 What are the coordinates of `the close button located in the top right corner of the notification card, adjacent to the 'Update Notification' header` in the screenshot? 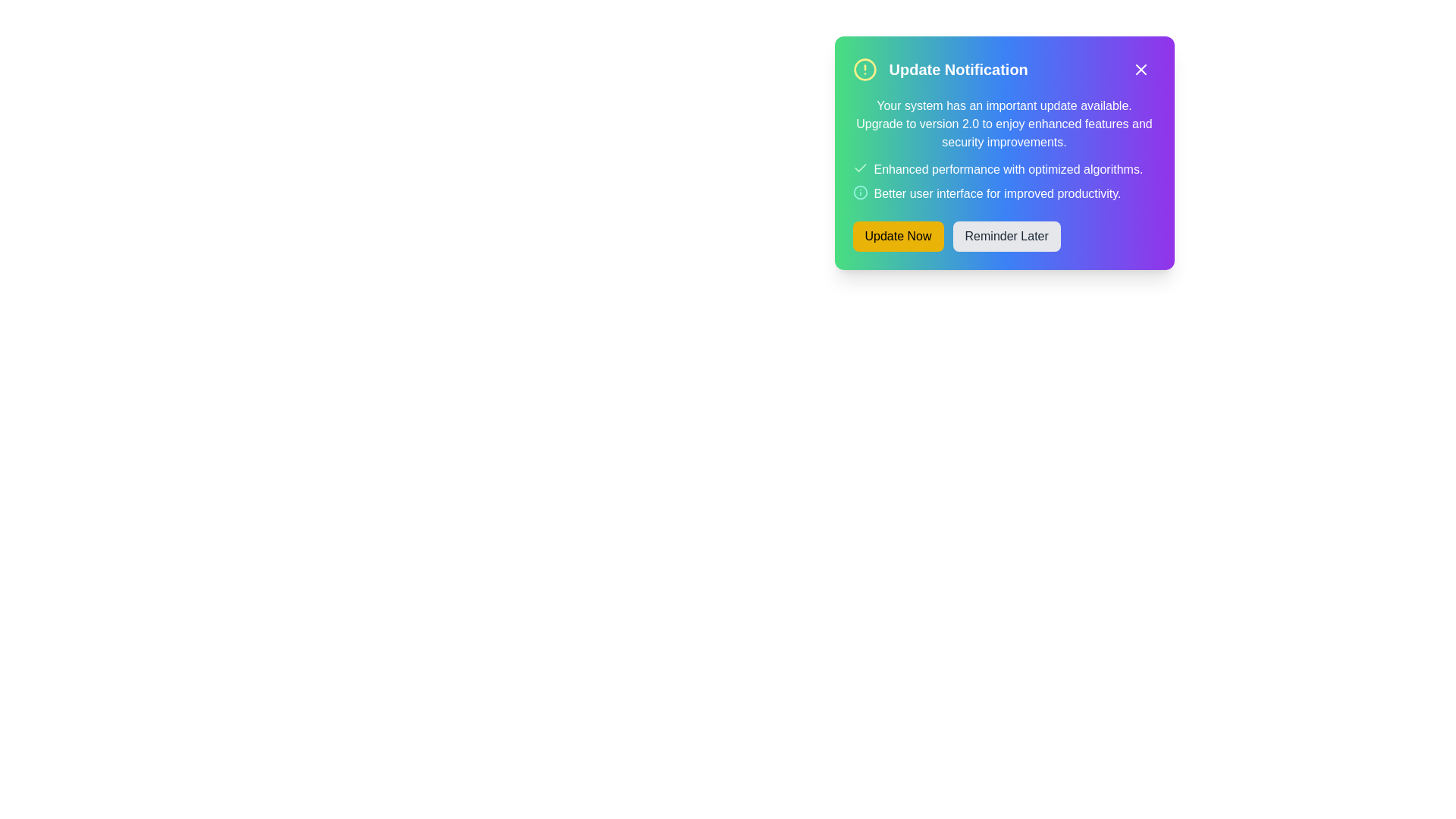 It's located at (1141, 70).